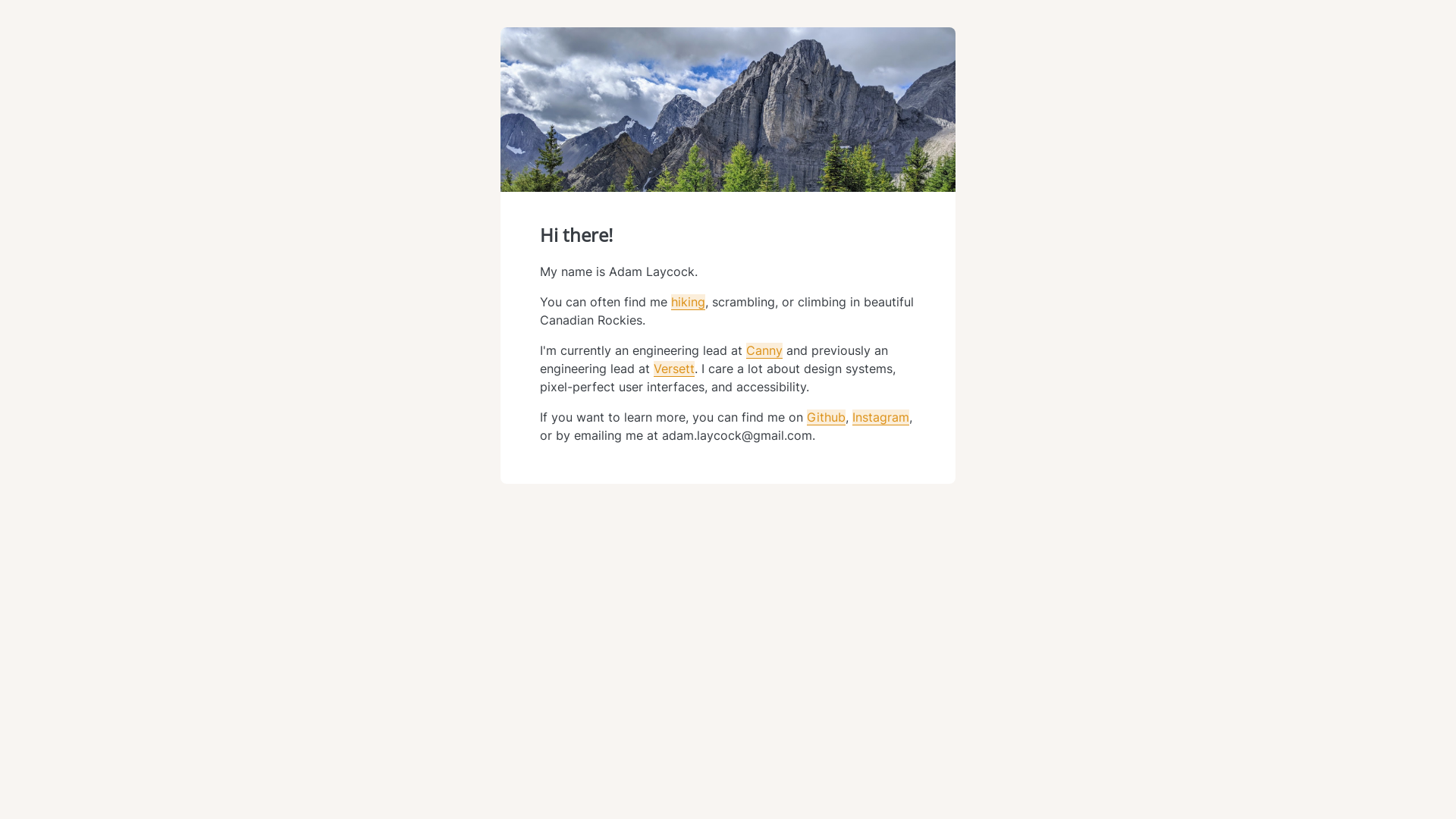 Image resolution: width=1456 pixels, height=819 pixels. Describe the element at coordinates (670, 302) in the screenshot. I see `'hiking'` at that location.